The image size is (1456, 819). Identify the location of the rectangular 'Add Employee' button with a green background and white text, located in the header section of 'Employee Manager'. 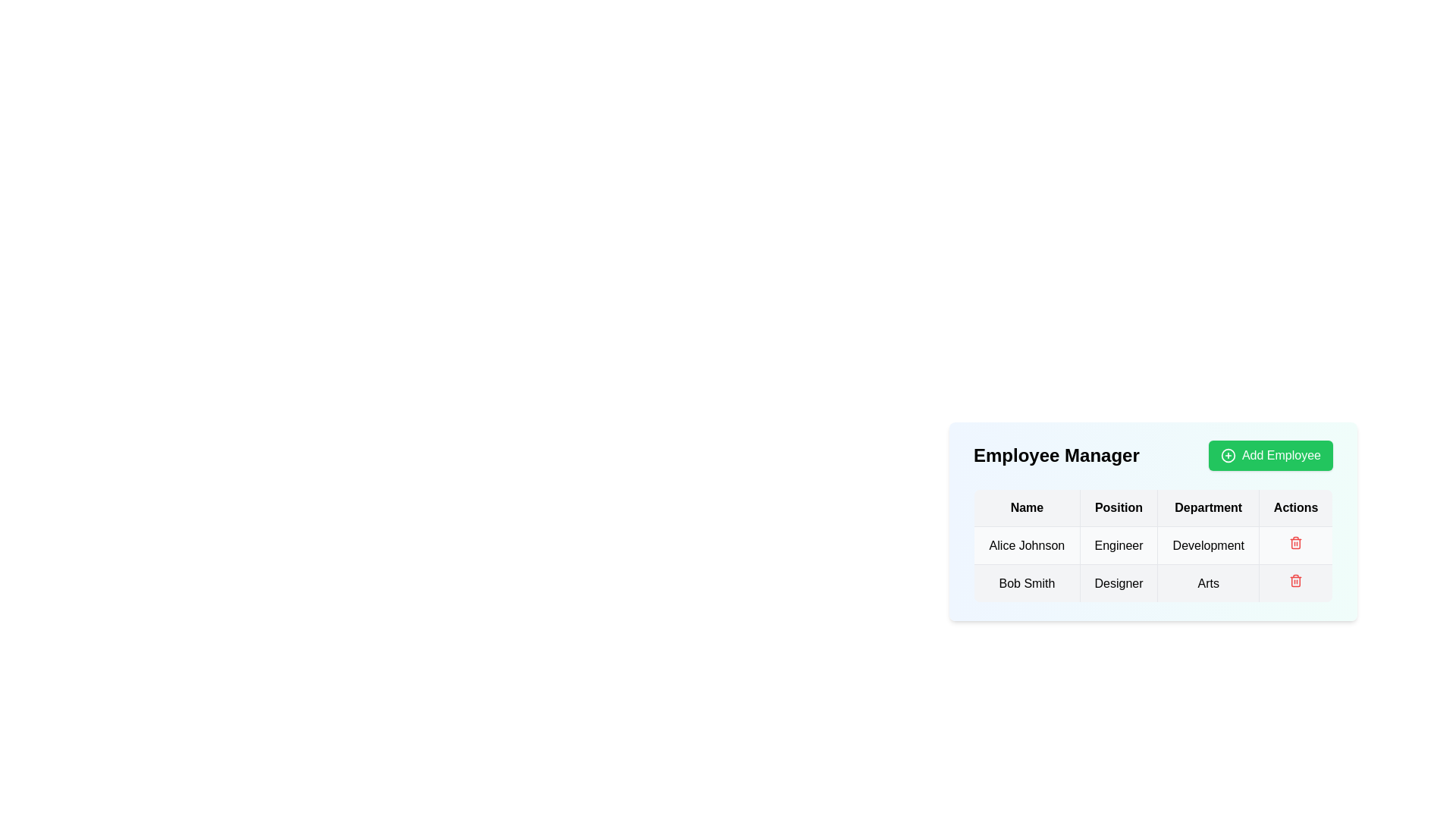
(1270, 455).